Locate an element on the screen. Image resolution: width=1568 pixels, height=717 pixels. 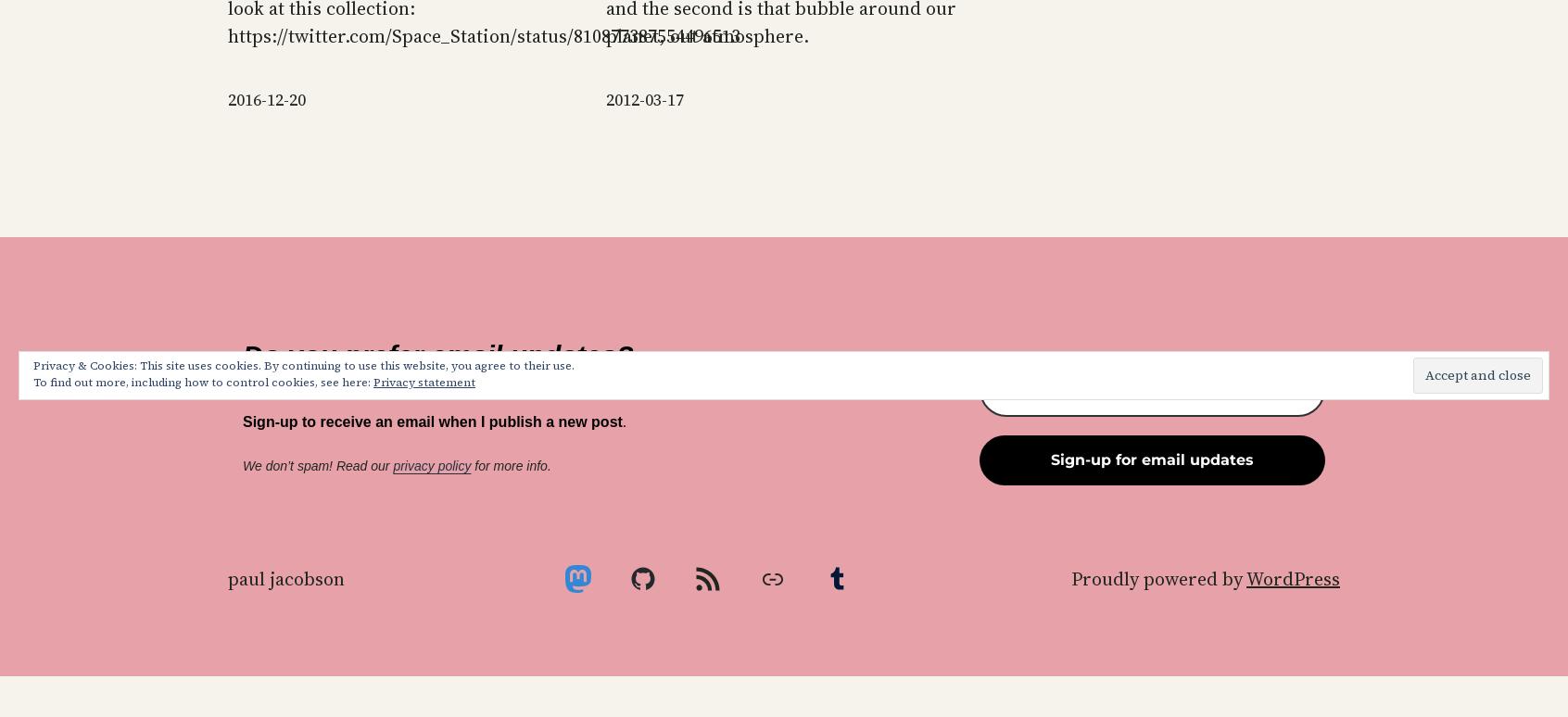
'2012-03-17' is located at coordinates (644, 99).